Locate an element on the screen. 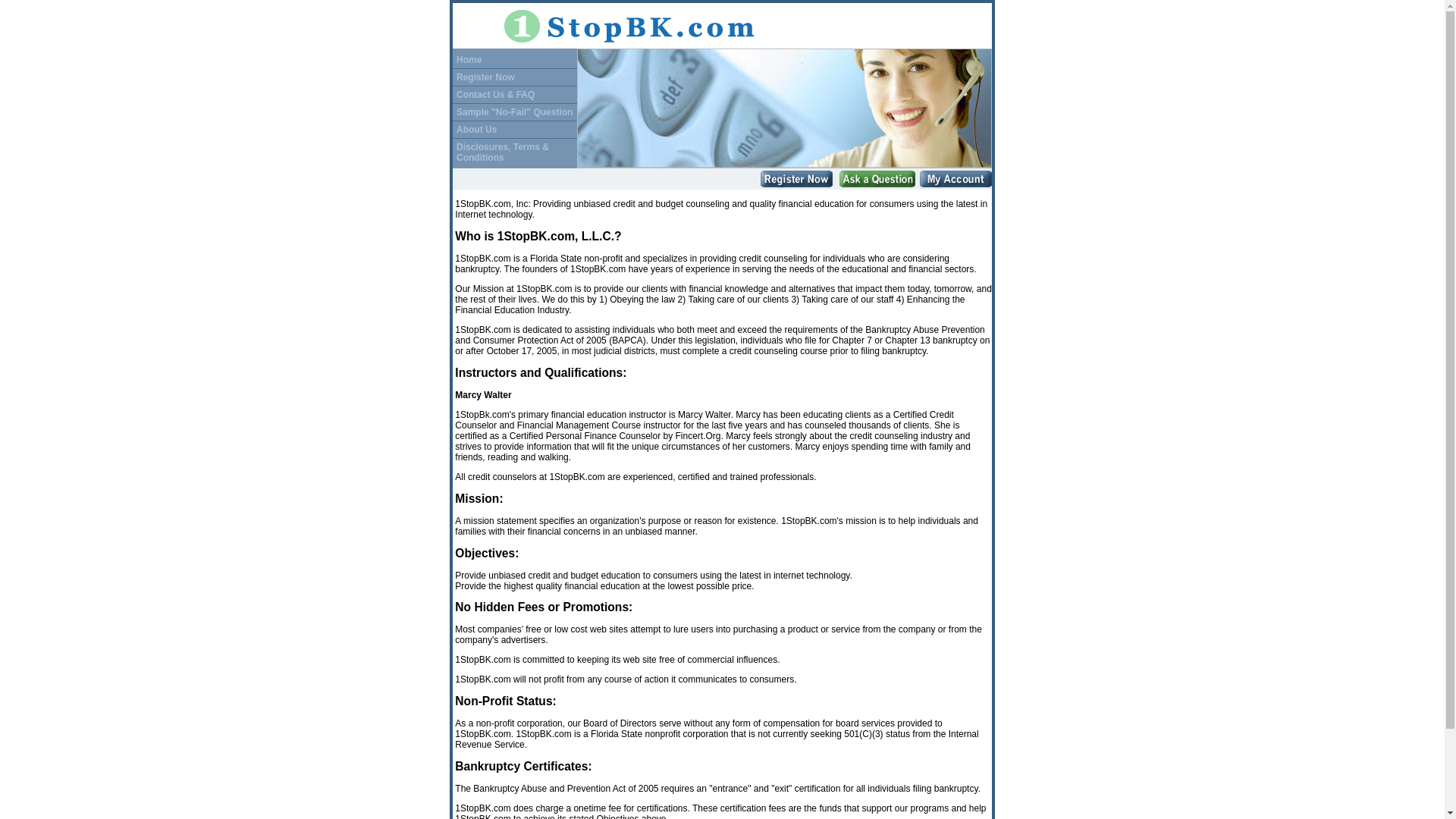  'Contact Us & FAQ' is located at coordinates (495, 94).